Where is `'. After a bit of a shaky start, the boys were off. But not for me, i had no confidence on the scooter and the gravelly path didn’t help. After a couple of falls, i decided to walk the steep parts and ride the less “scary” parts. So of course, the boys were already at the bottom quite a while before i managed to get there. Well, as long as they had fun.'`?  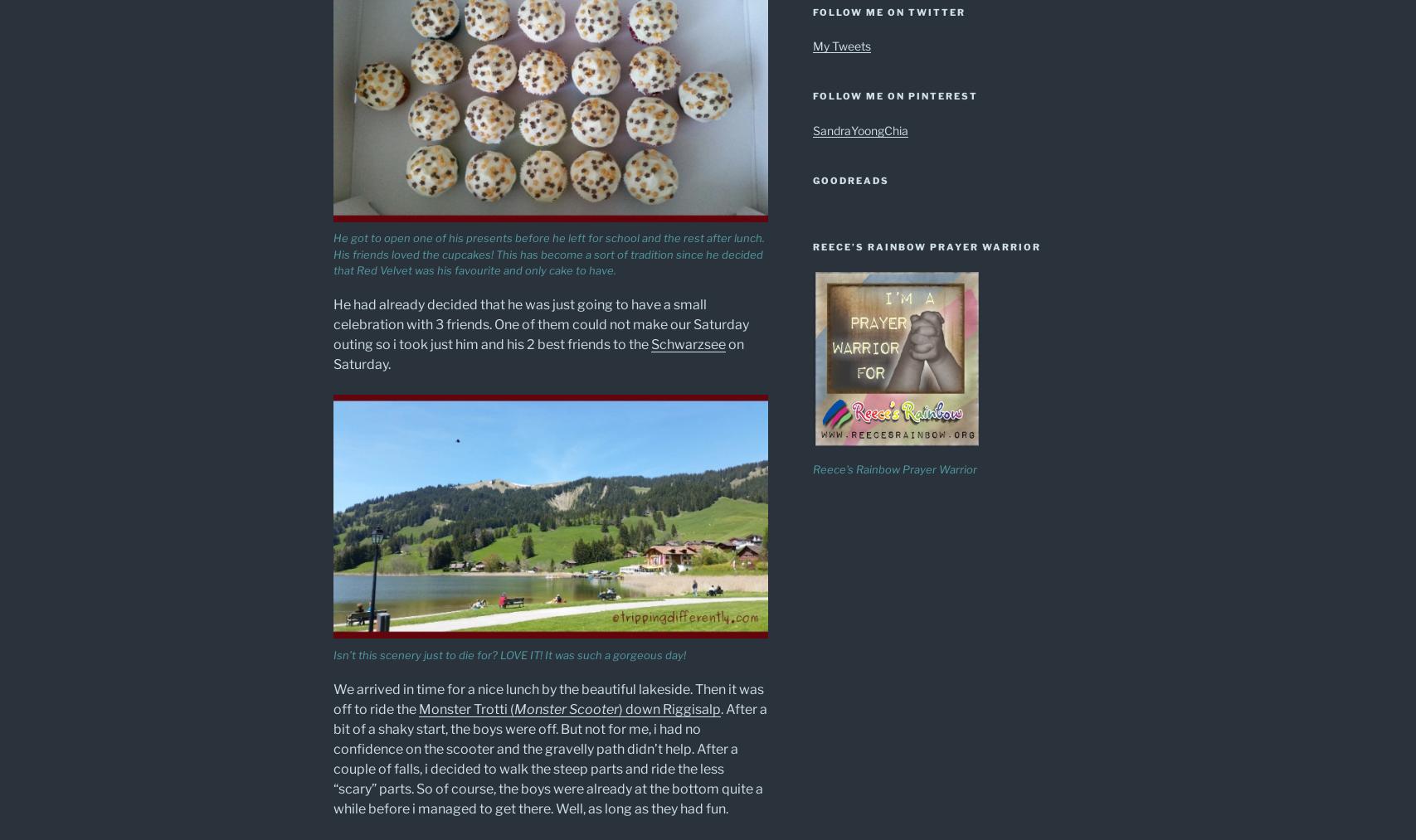
'. After a bit of a shaky start, the boys were off. But not for me, i had no confidence on the scooter and the gravelly path didn’t help. After a couple of falls, i decided to walk the steep parts and ride the less “scary” parts. So of course, the boys were already at the bottom quite a while before i managed to get there. Well, as long as they had fun.' is located at coordinates (332, 758).